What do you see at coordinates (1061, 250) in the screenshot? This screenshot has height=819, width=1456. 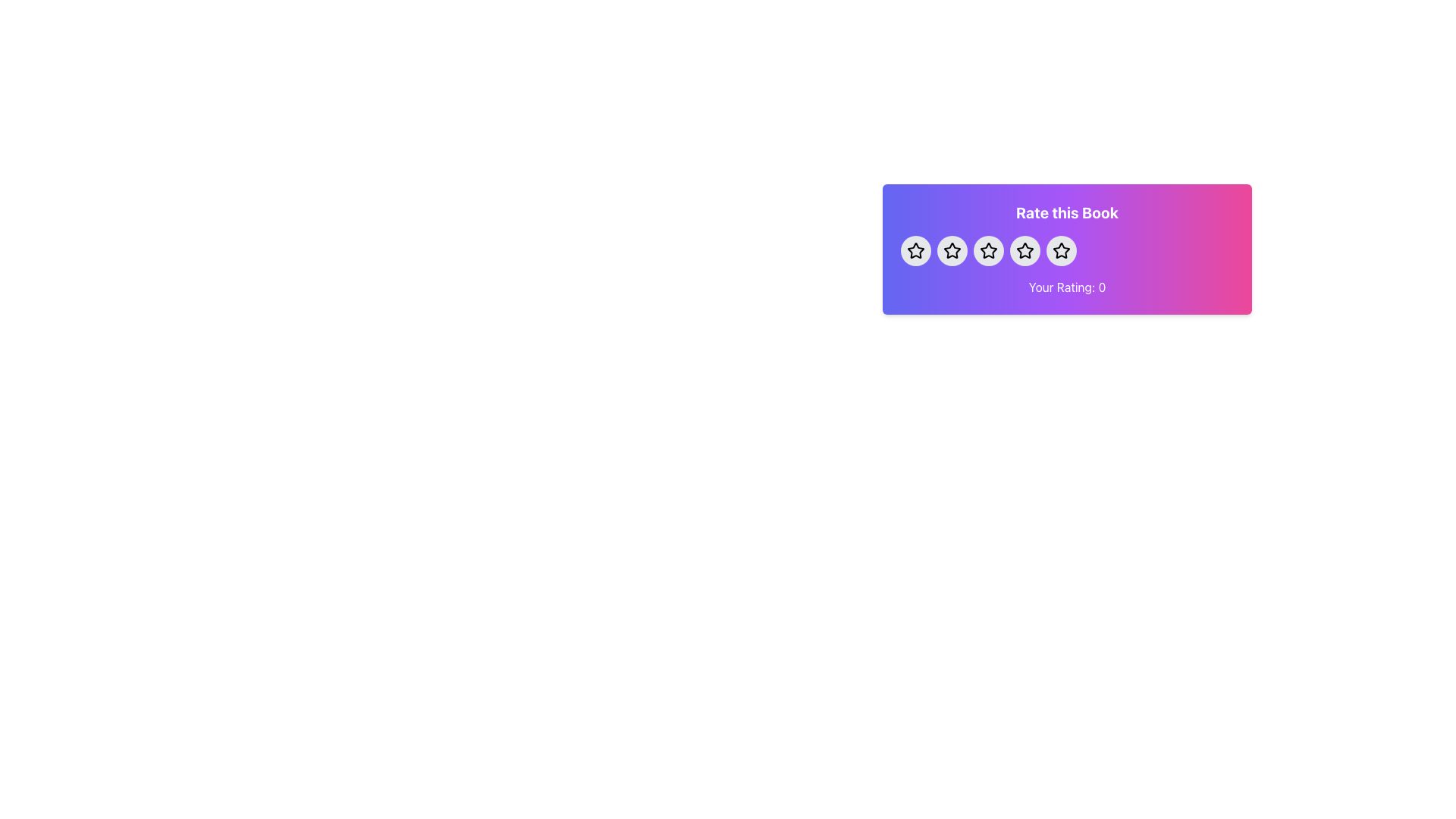 I see `the circular button with a light gray background and a black star icon` at bounding box center [1061, 250].